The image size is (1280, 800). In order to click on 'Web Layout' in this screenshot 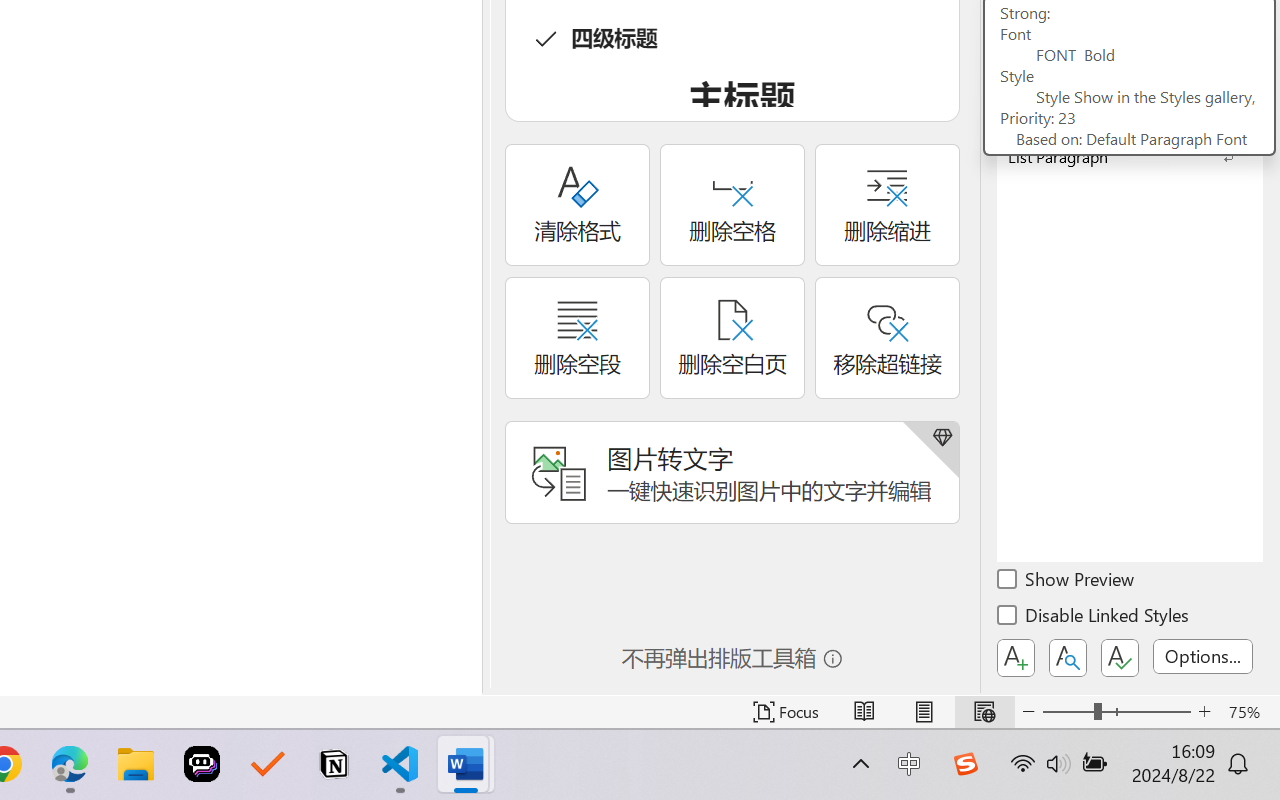, I will do `click(984, 711)`.